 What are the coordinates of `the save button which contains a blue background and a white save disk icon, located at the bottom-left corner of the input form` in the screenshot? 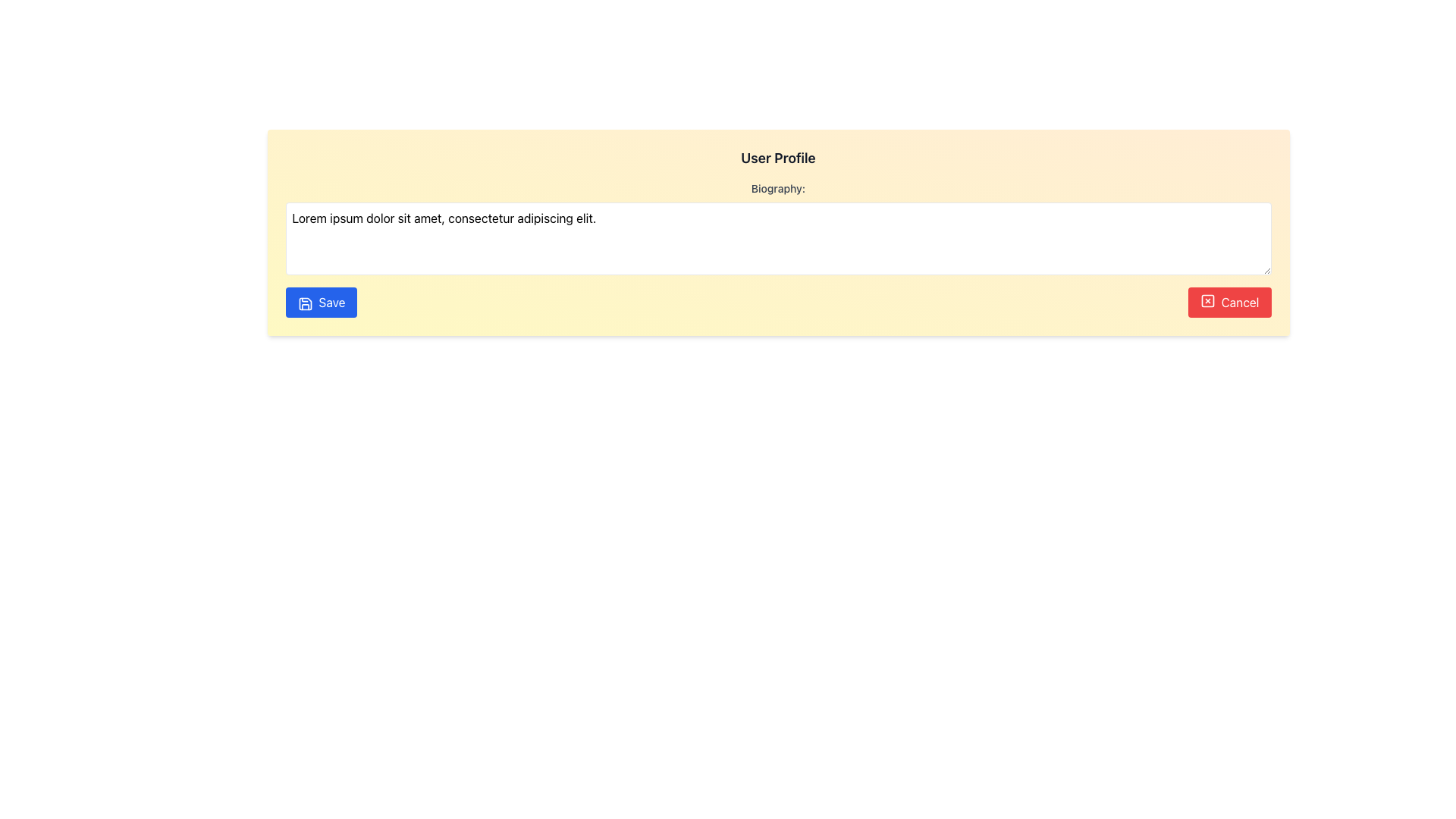 It's located at (304, 303).